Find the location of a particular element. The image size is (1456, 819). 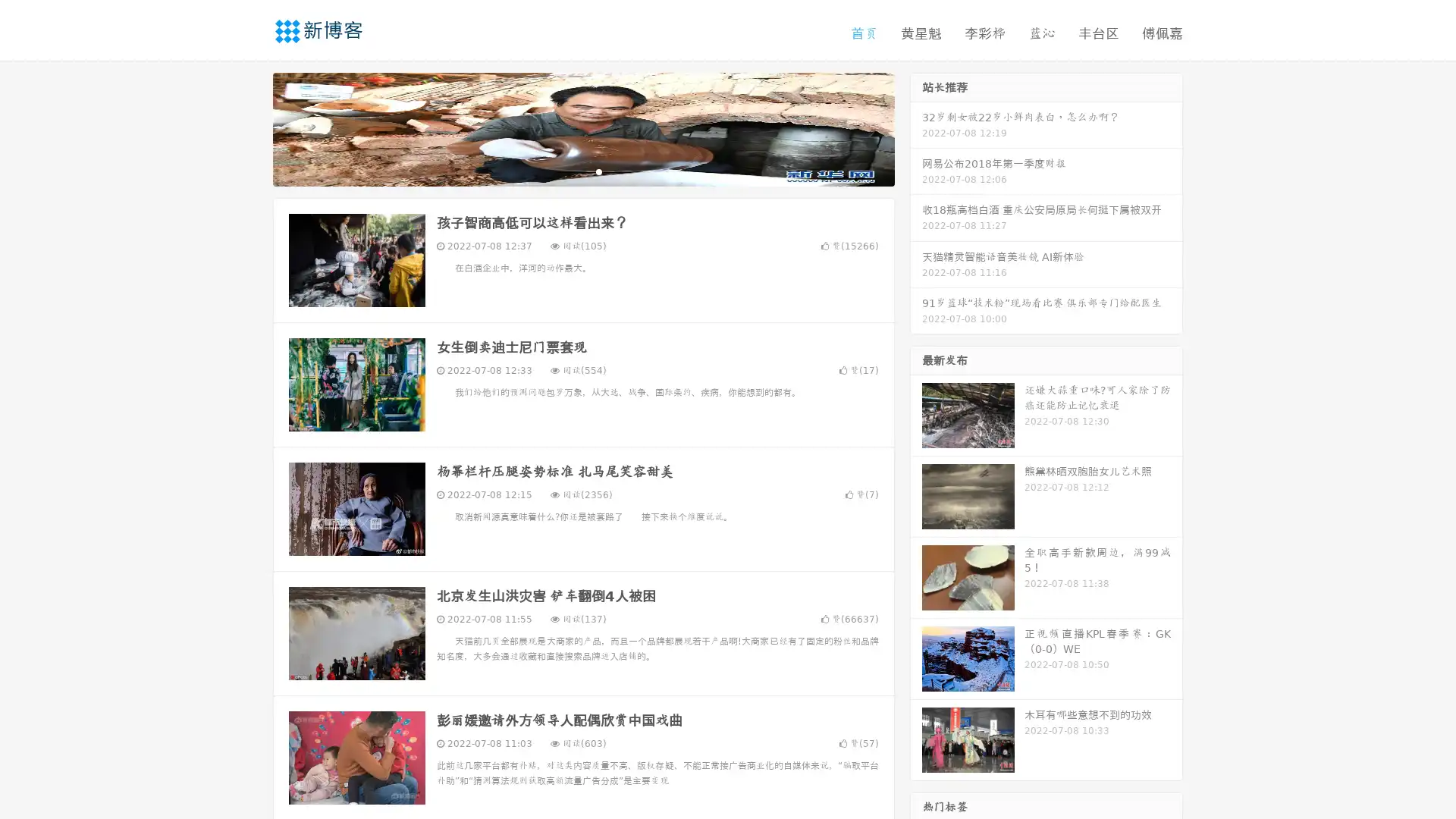

Previous slide is located at coordinates (250, 127).